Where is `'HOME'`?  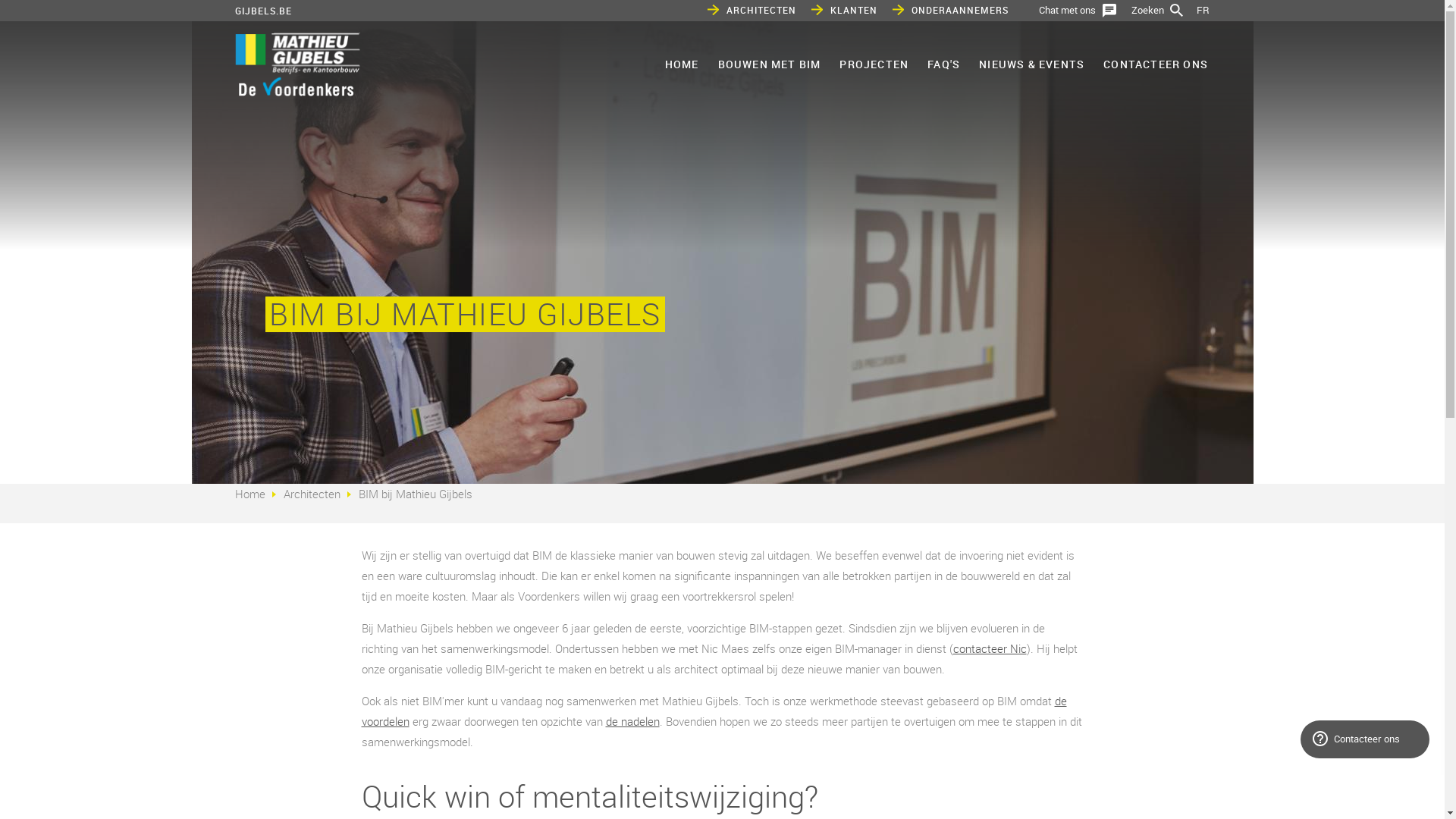 'HOME' is located at coordinates (680, 63).